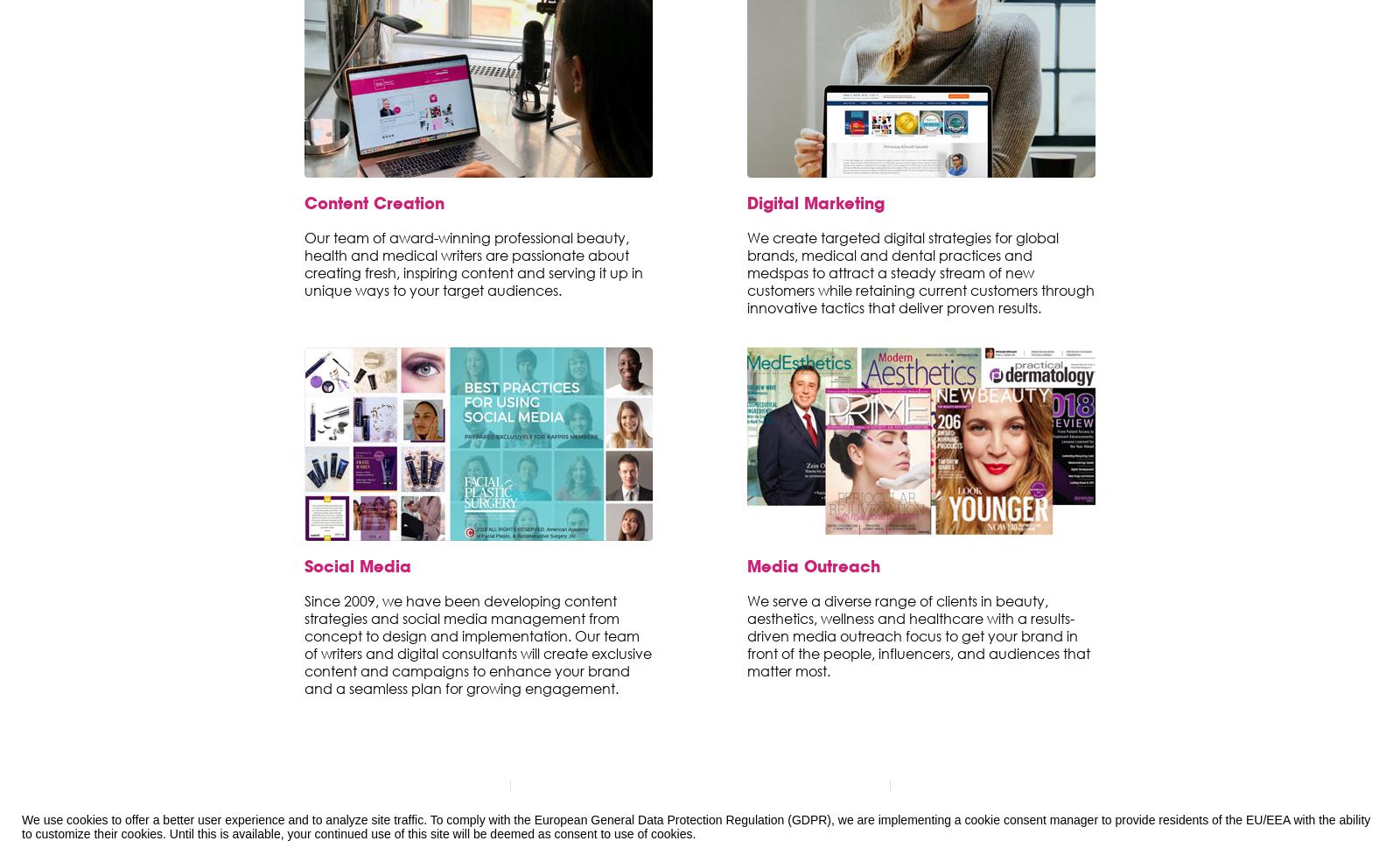  What do you see at coordinates (477, 643) in the screenshot?
I see `'Since 2009, we have been developing content strategies and social media management from concept to design and implementation. Our team of writers and digital consultants will create exclusive content and campaigns to enhance your brand and a seamless plan for growing engagement.'` at bounding box center [477, 643].